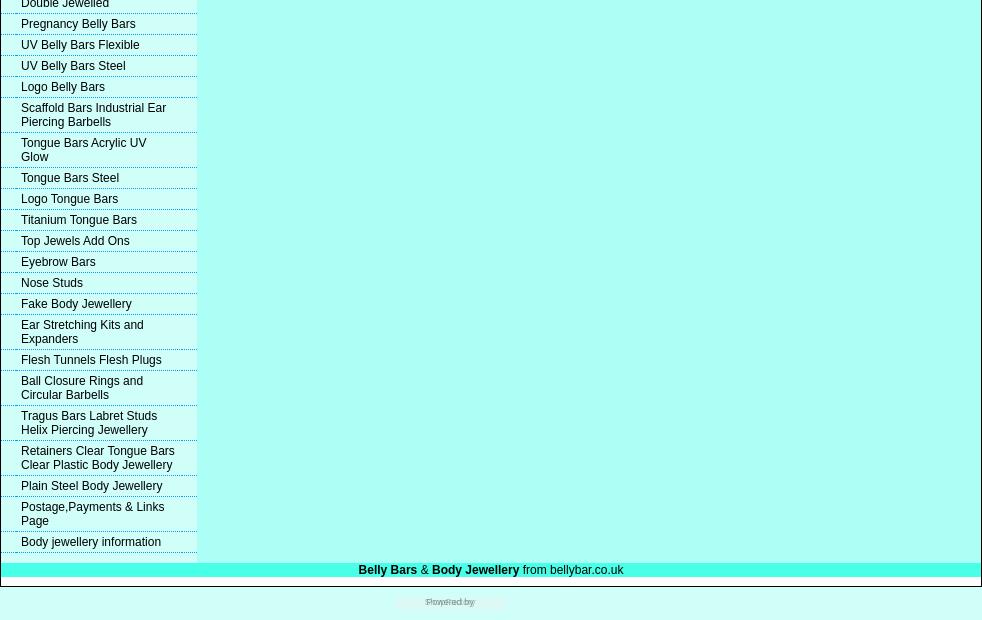 The height and width of the screenshot is (620, 982). I want to click on 'Tongue Bars Acrylic UV Glow', so click(82, 149).